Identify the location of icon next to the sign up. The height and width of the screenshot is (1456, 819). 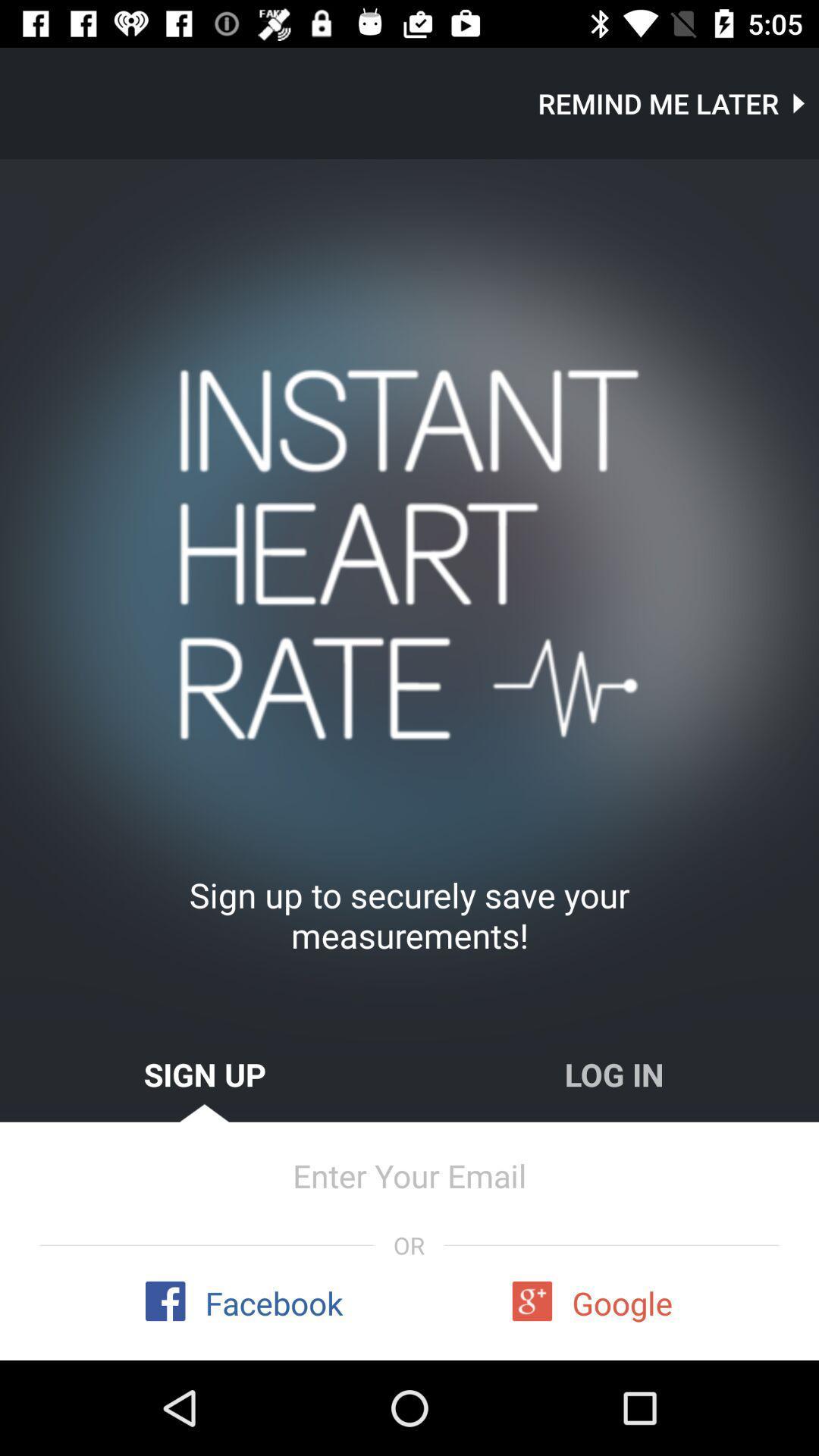
(614, 1073).